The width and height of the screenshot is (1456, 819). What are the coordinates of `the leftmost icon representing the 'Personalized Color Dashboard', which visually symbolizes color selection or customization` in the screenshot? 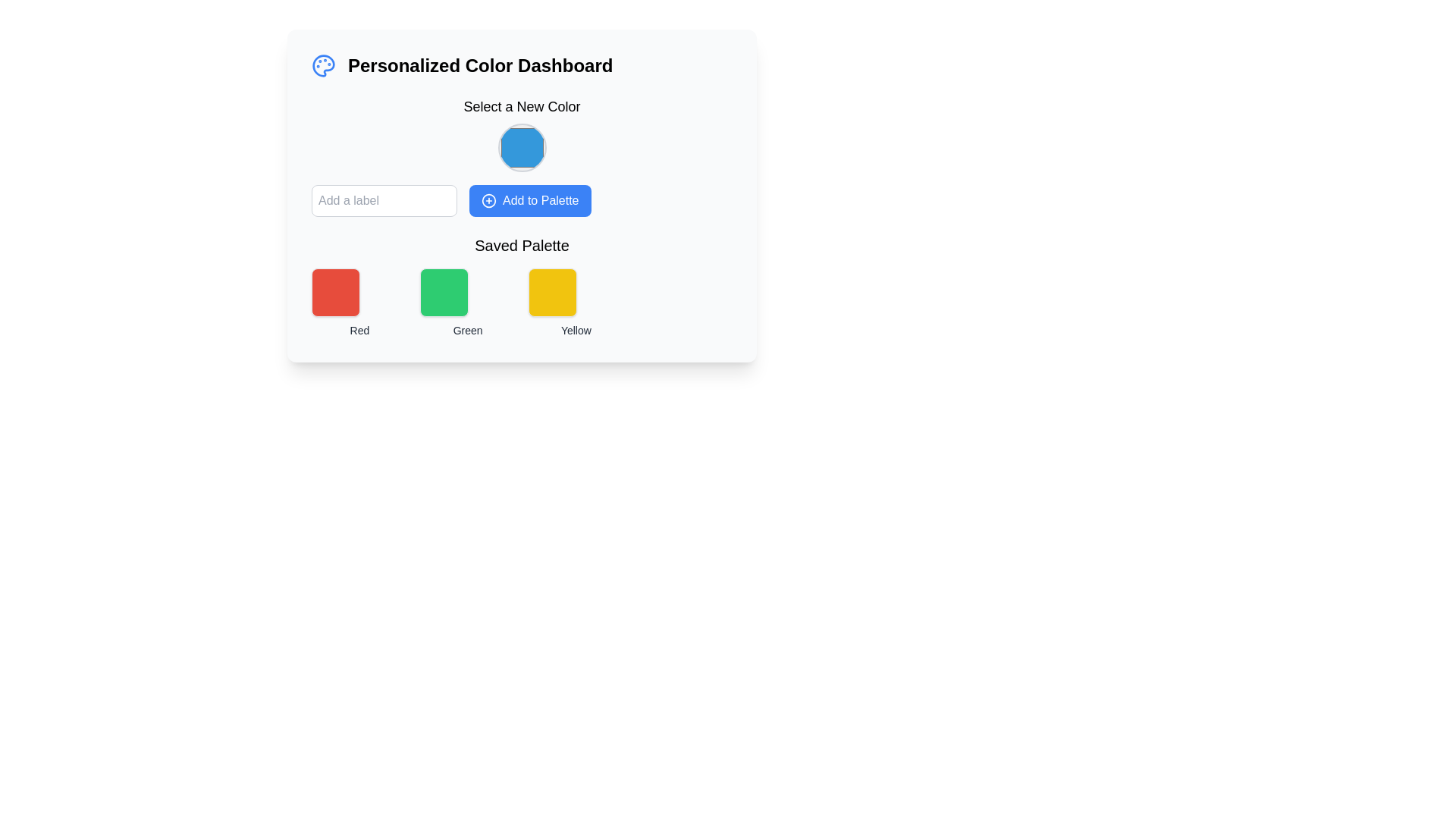 It's located at (323, 65).